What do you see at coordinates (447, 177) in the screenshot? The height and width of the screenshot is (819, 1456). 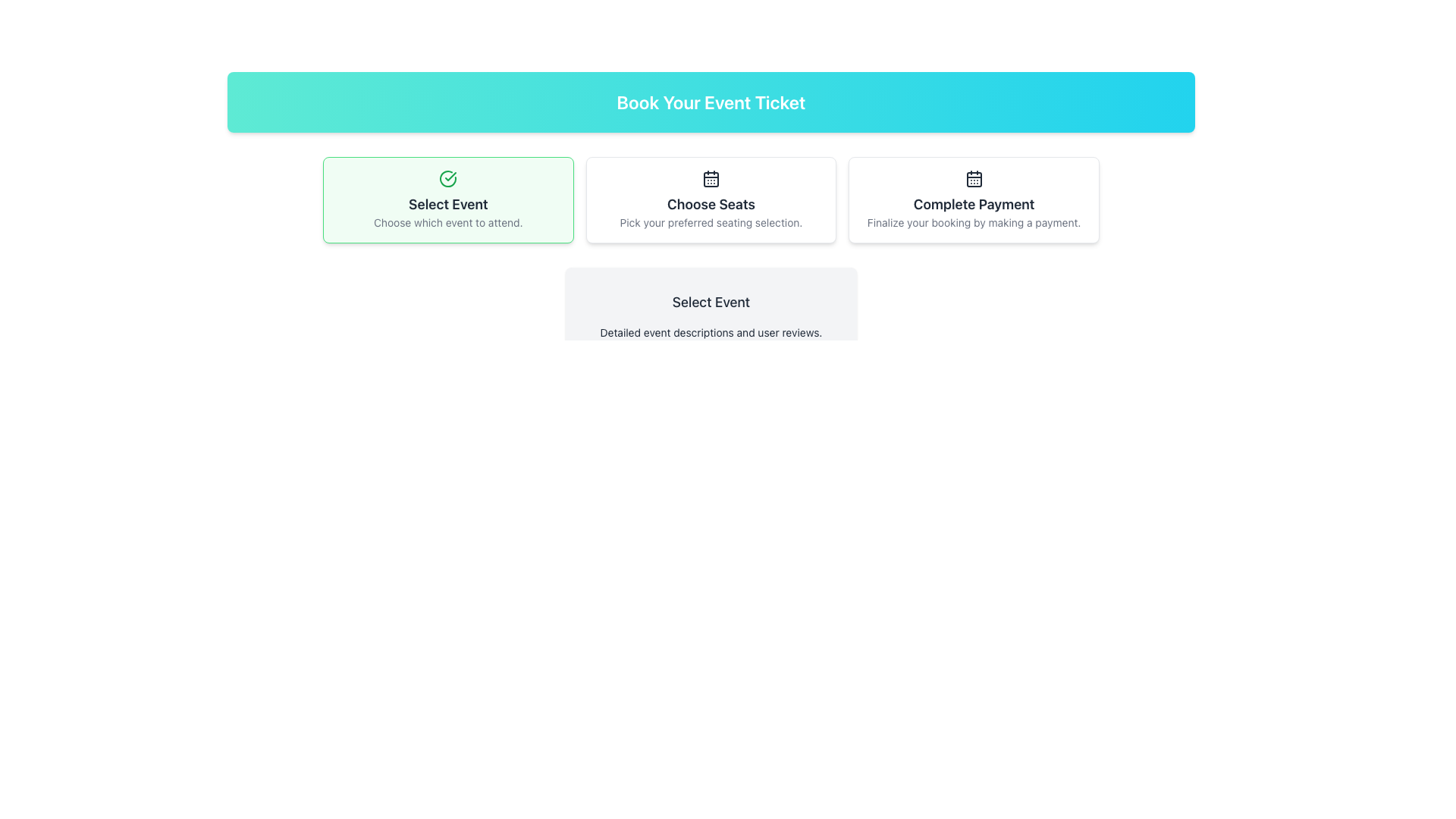 I see `the green circular checkmark icon located in the 'Select Event' panel at the center-top area` at bounding box center [447, 177].